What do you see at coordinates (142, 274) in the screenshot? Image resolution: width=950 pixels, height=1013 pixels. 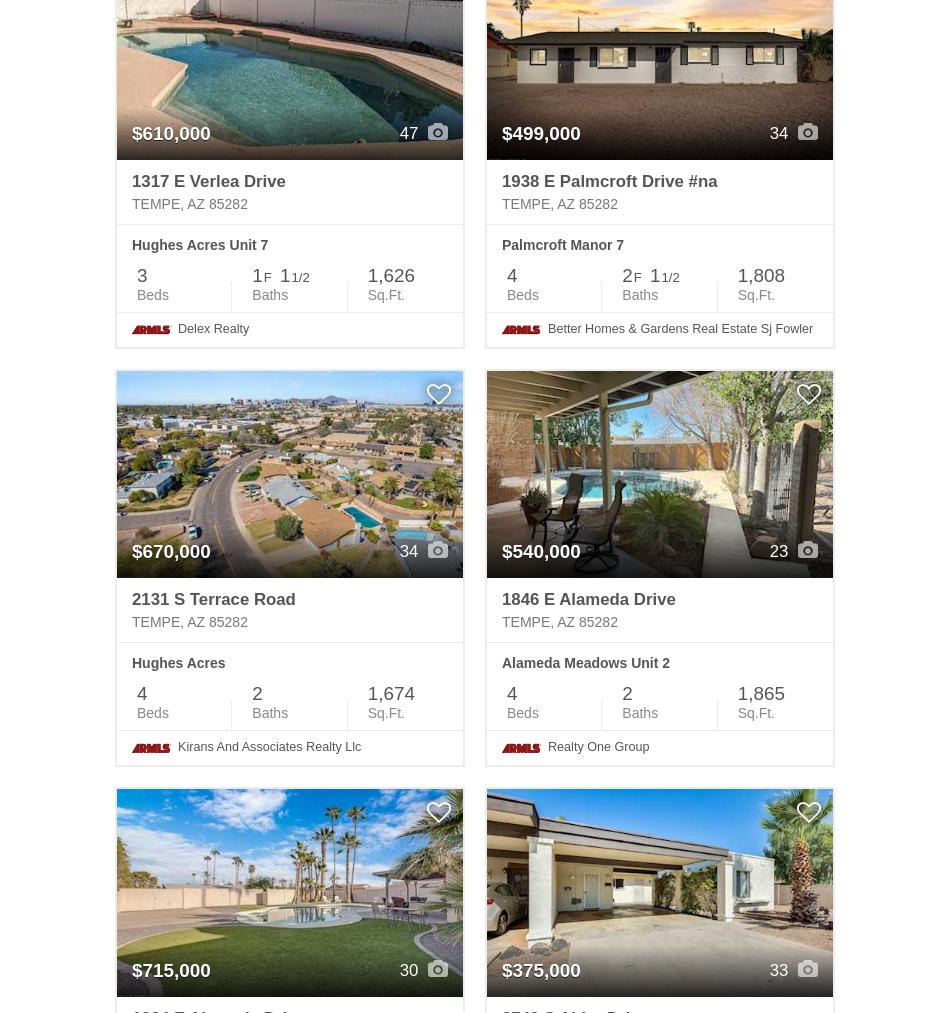 I see `'3'` at bounding box center [142, 274].